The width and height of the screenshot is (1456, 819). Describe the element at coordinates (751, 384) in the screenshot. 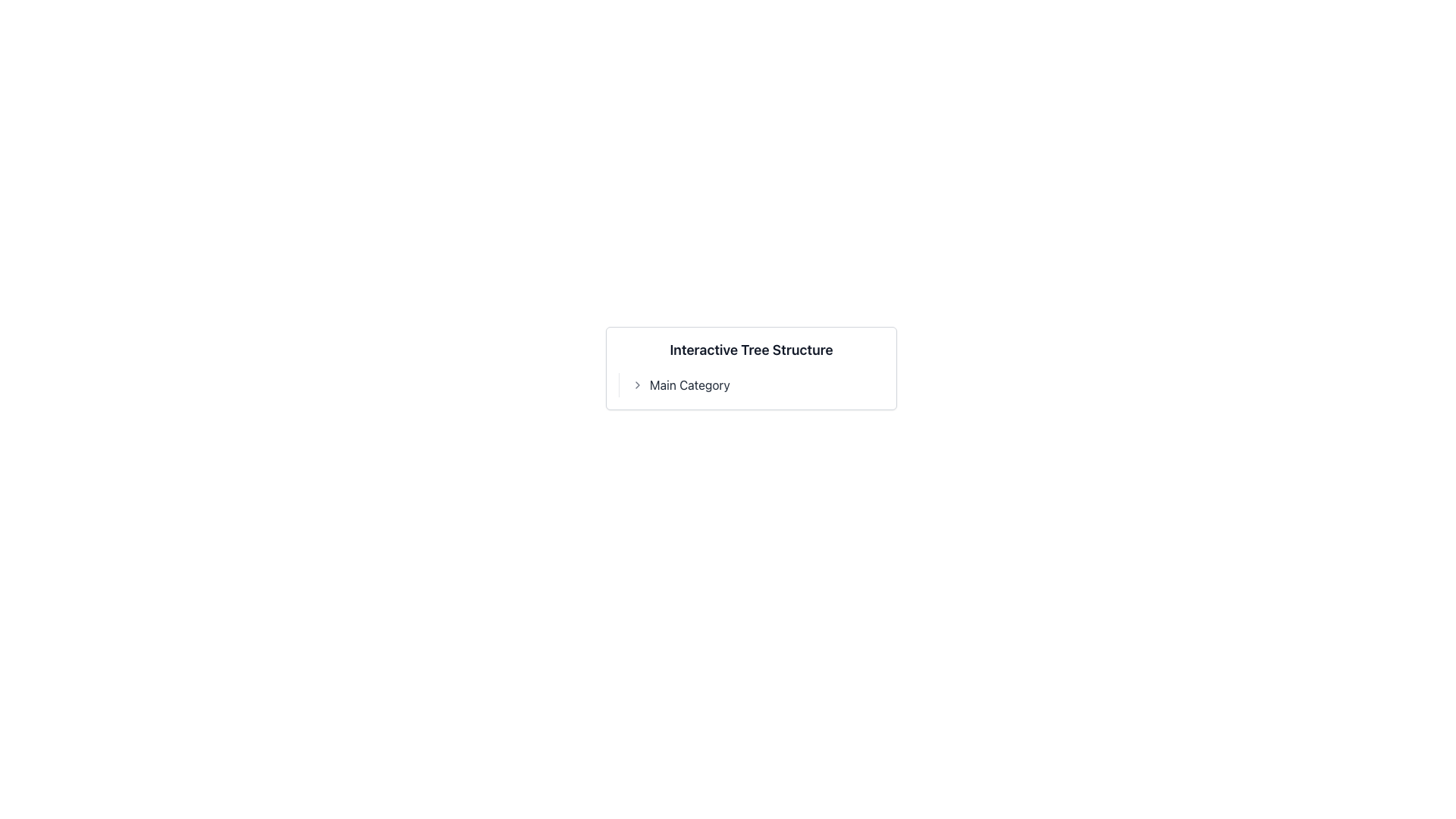

I see `the 'Main Category' menu item` at that location.